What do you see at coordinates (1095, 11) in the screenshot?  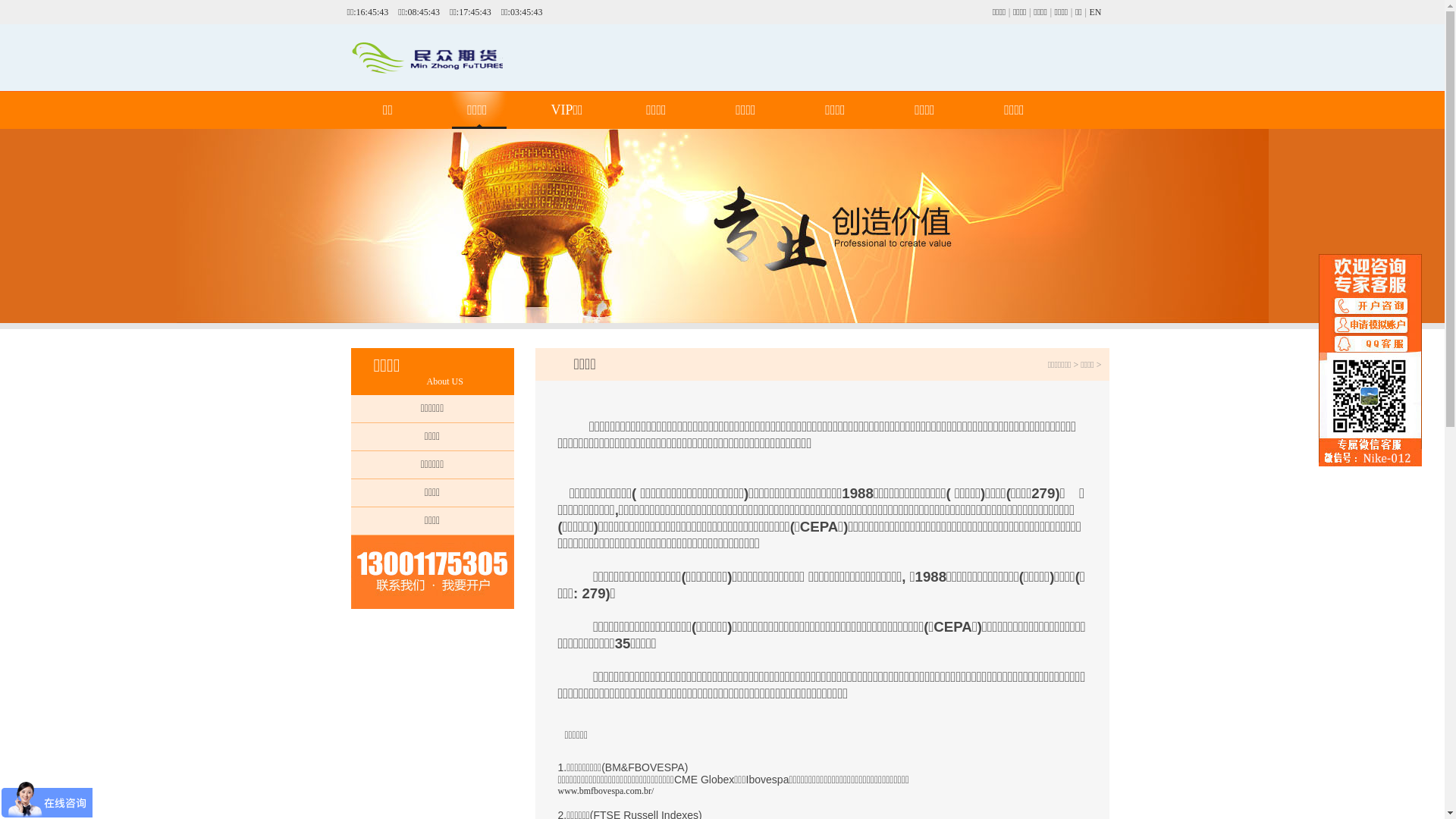 I see `'EN'` at bounding box center [1095, 11].